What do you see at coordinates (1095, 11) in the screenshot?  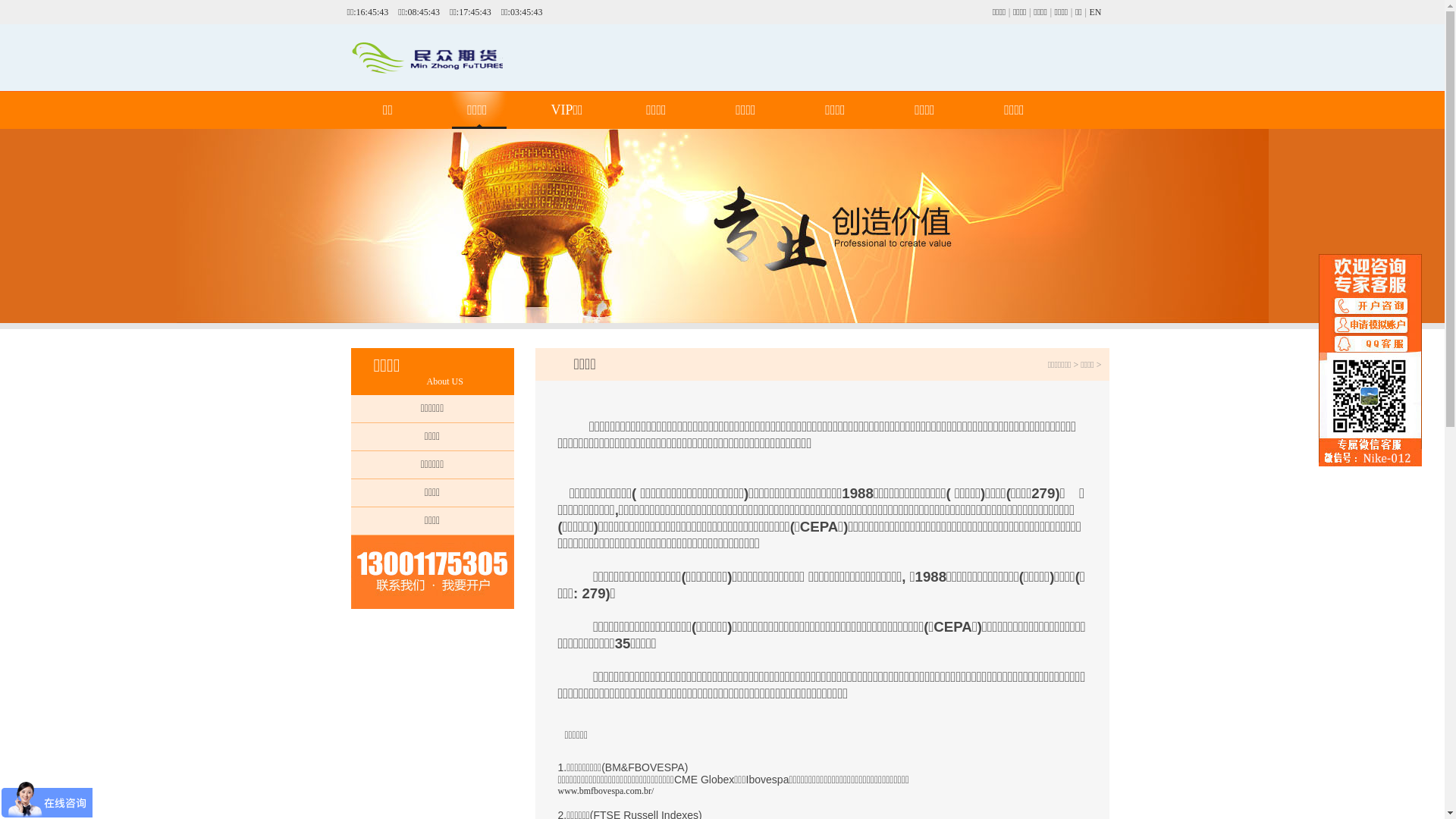 I see `'EN'` at bounding box center [1095, 11].